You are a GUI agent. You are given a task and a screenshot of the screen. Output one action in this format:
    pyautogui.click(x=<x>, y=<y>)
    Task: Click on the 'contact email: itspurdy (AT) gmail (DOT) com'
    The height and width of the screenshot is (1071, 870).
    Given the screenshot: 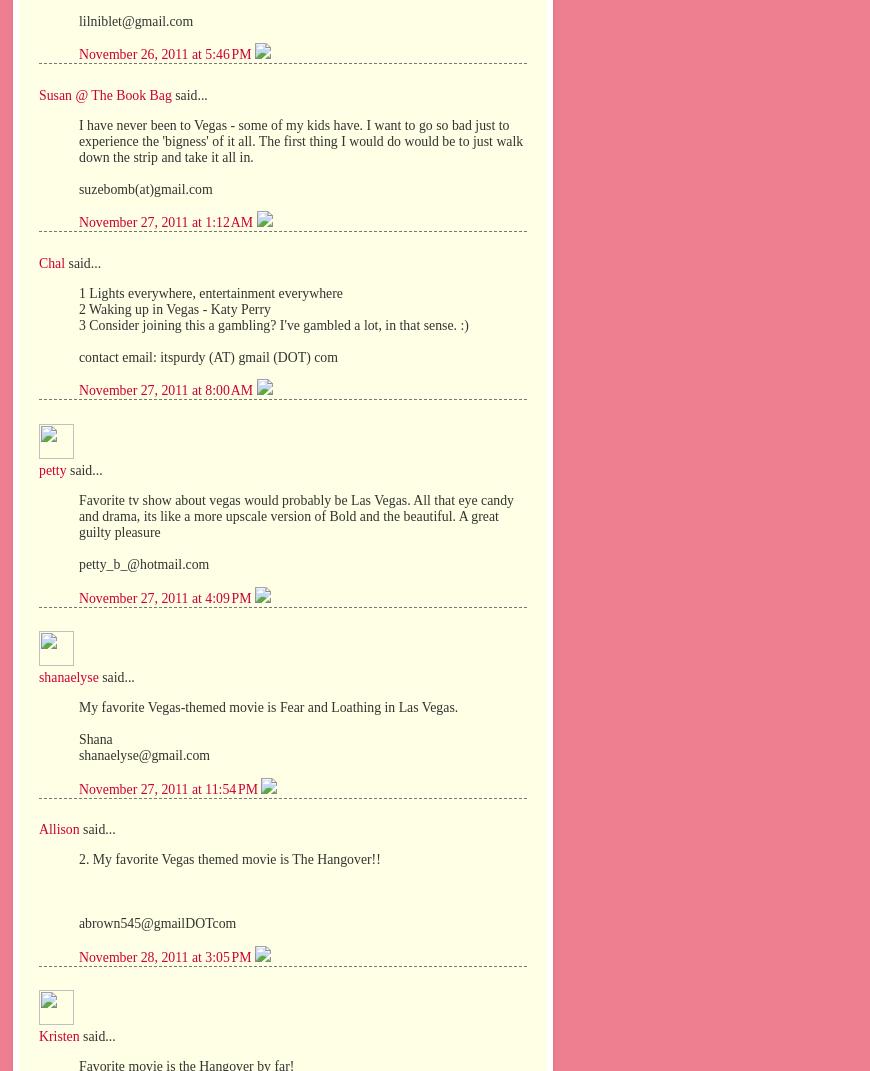 What is the action you would take?
    pyautogui.click(x=207, y=355)
    